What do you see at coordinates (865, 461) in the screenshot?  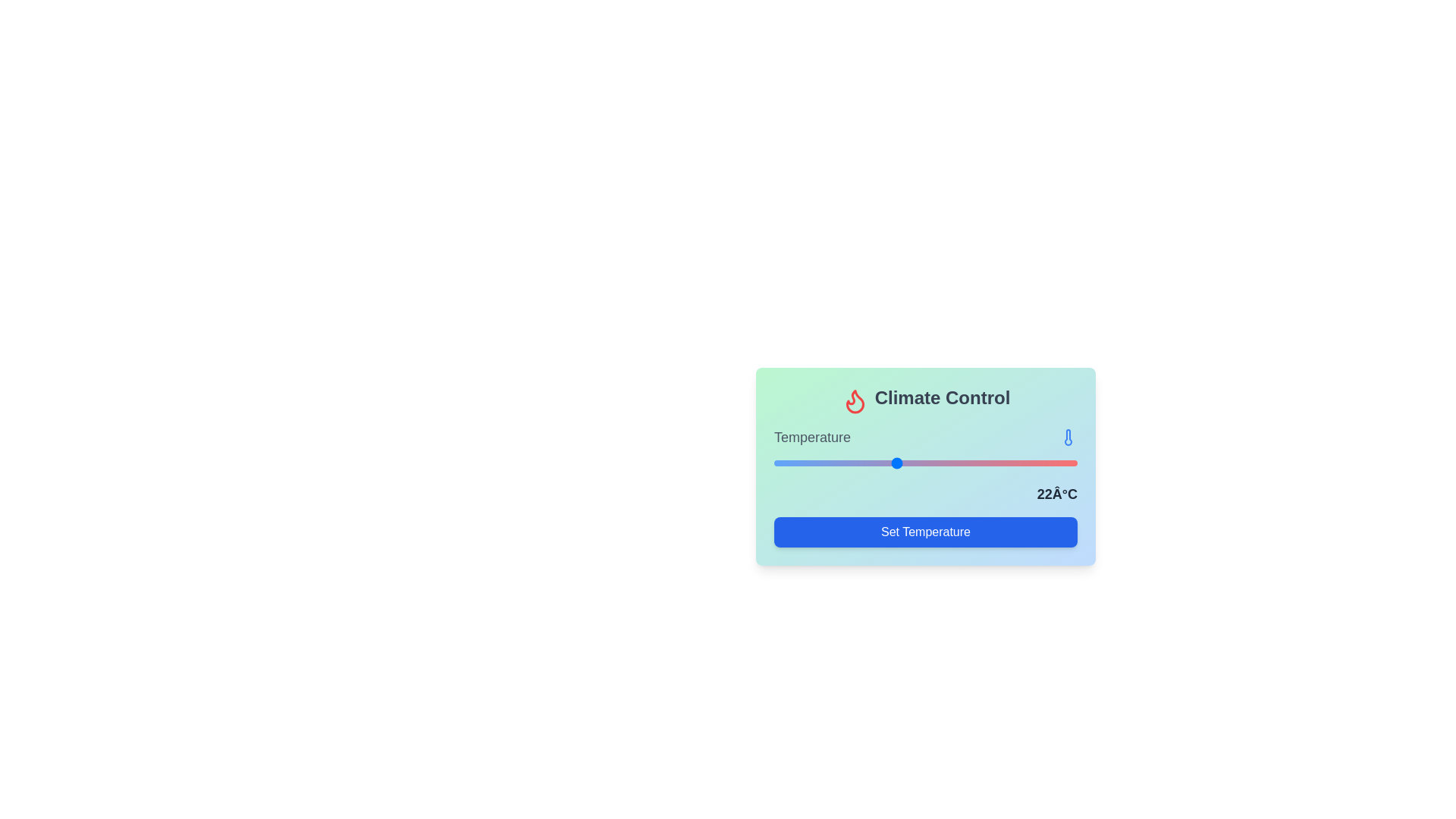 I see `the temperature slider to set the temperature to 19 degrees Celsius` at bounding box center [865, 461].